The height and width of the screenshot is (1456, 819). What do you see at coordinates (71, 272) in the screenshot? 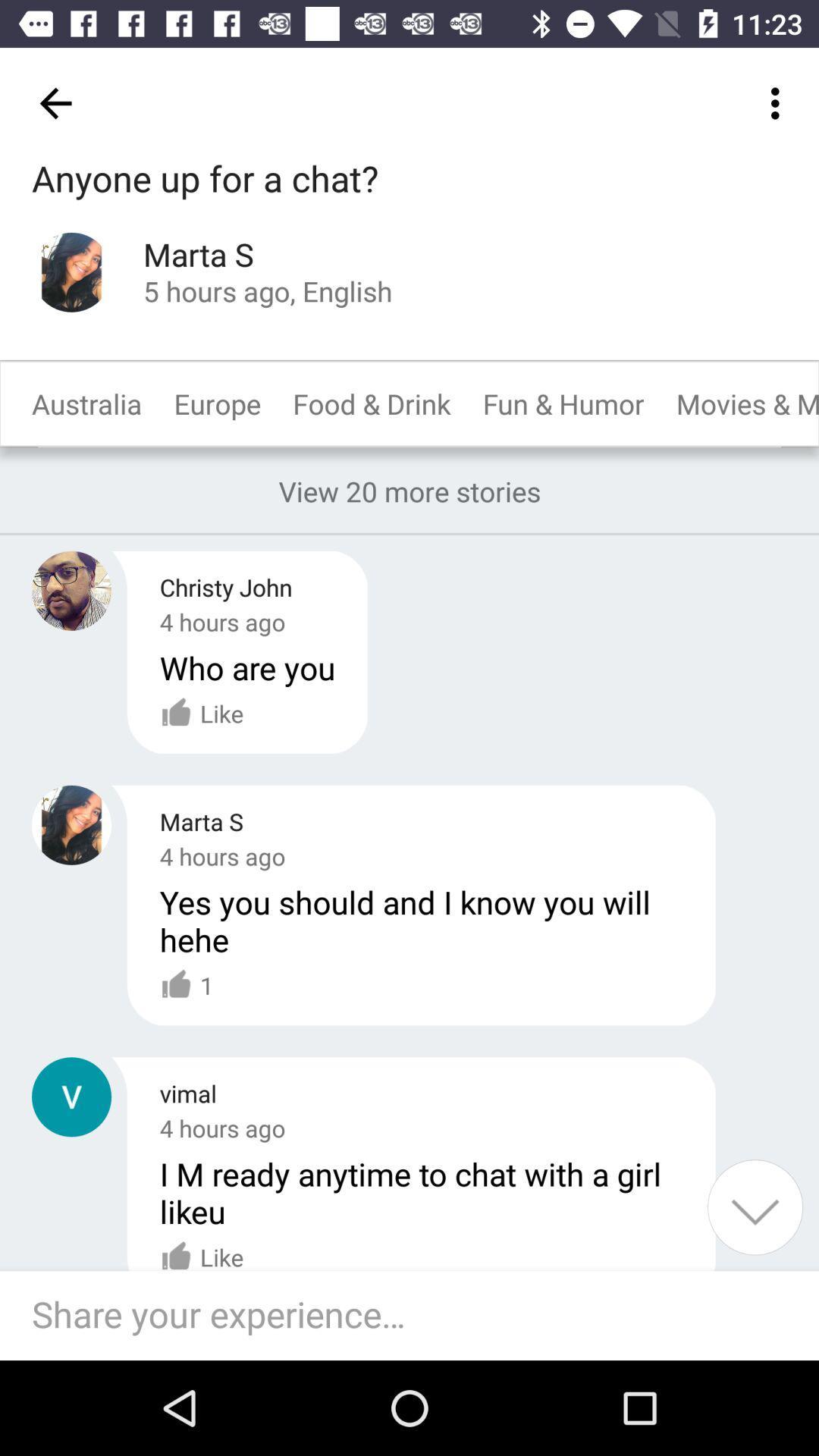
I see `open profile` at bounding box center [71, 272].